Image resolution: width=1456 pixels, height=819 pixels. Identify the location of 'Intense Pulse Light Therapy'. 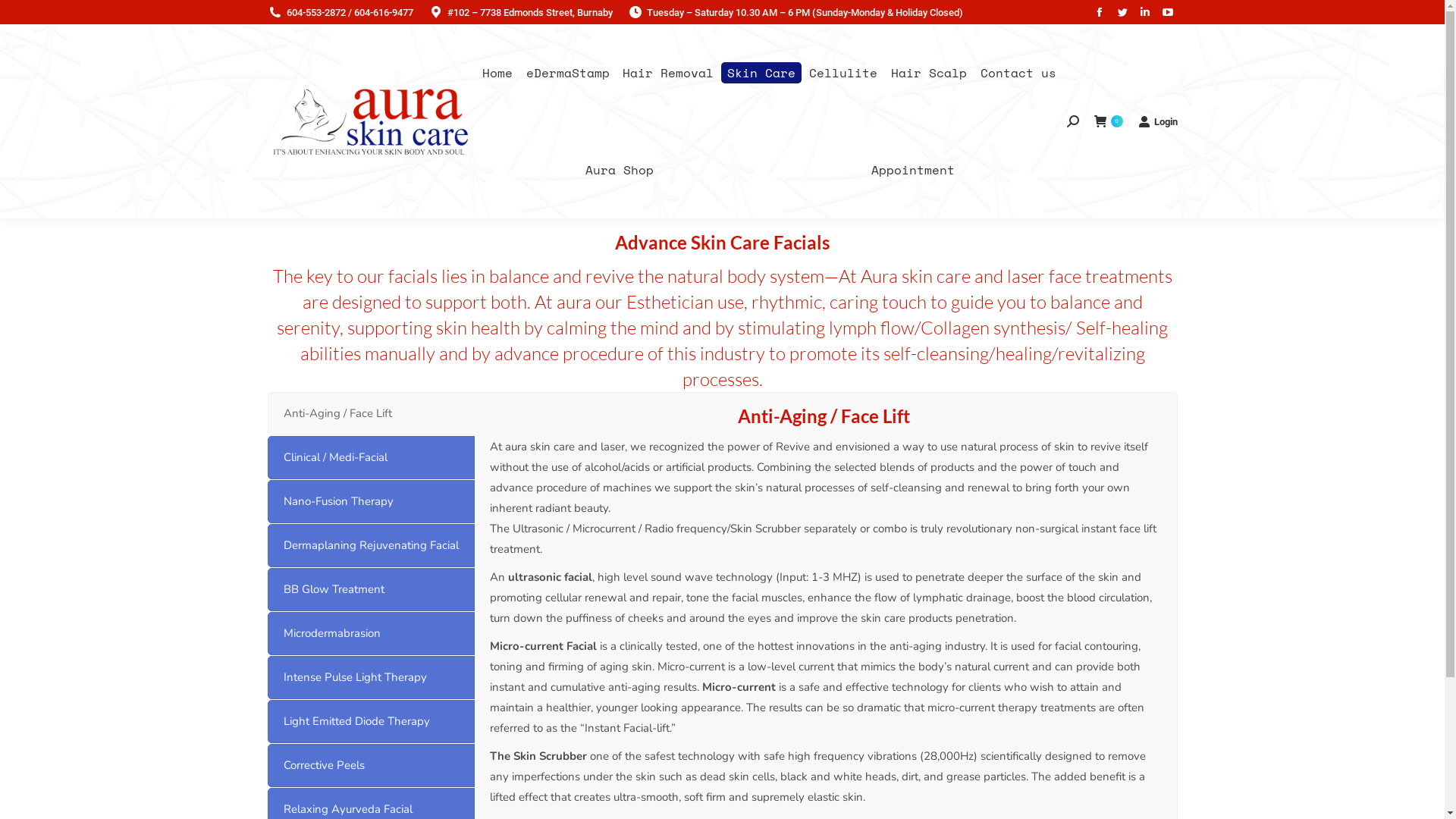
(370, 676).